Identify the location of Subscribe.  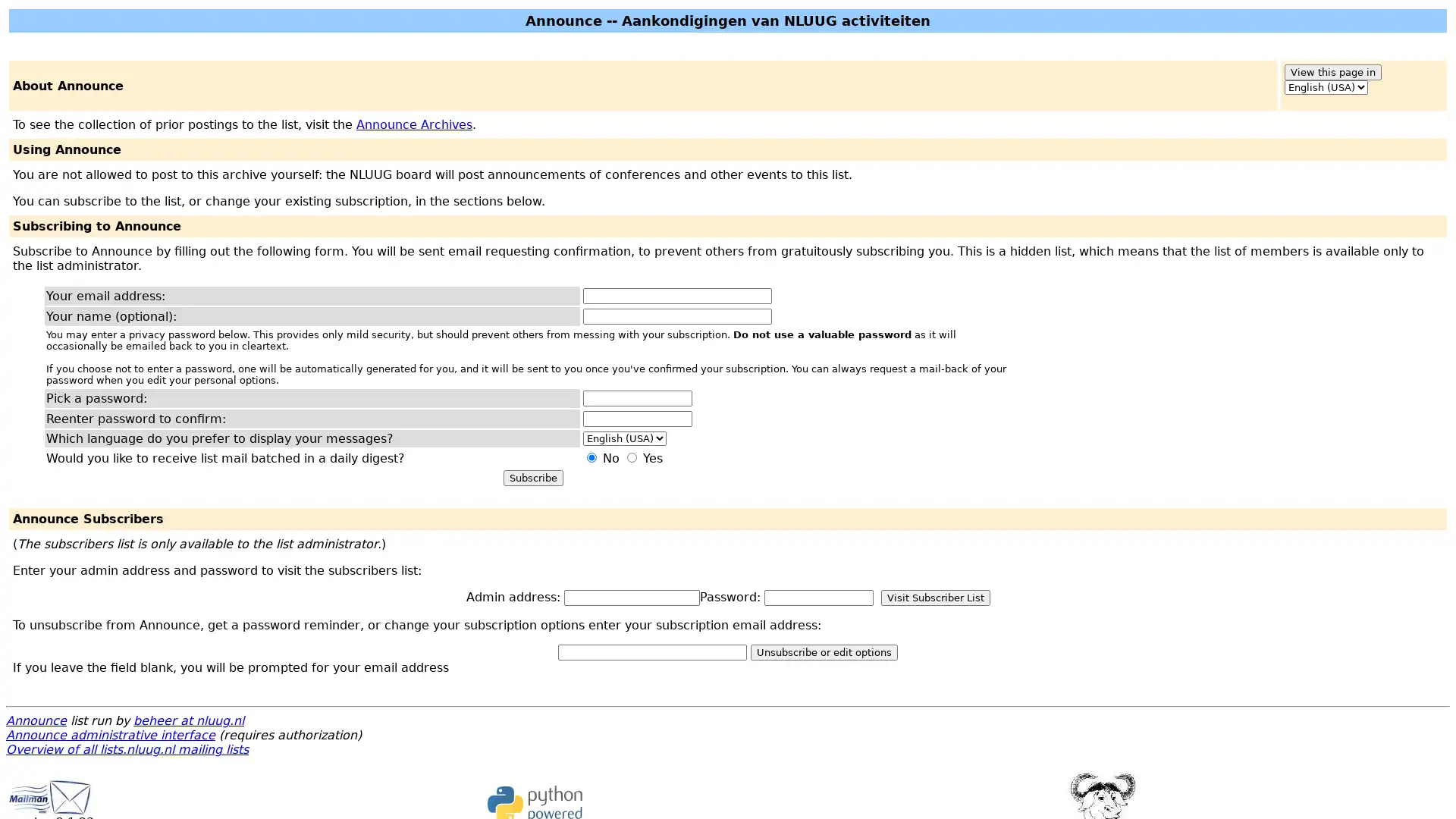
(532, 478).